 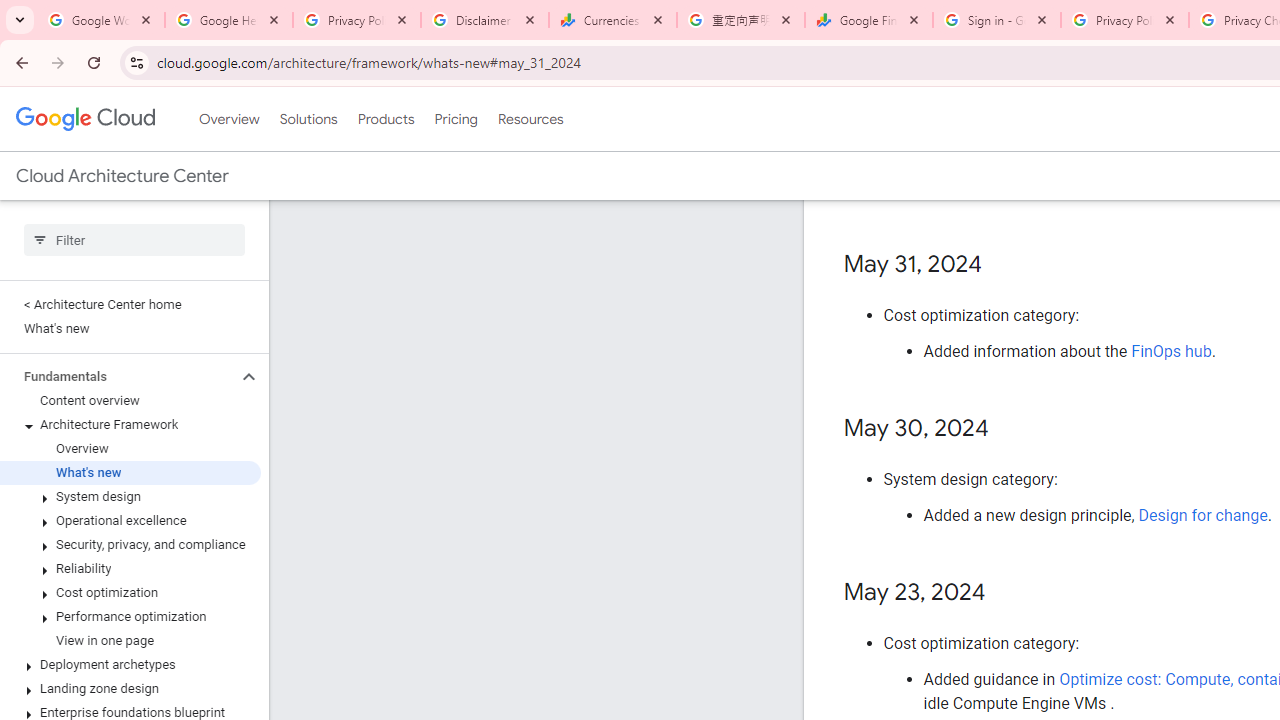 What do you see at coordinates (129, 401) in the screenshot?
I see `'Content overview'` at bounding box center [129, 401].